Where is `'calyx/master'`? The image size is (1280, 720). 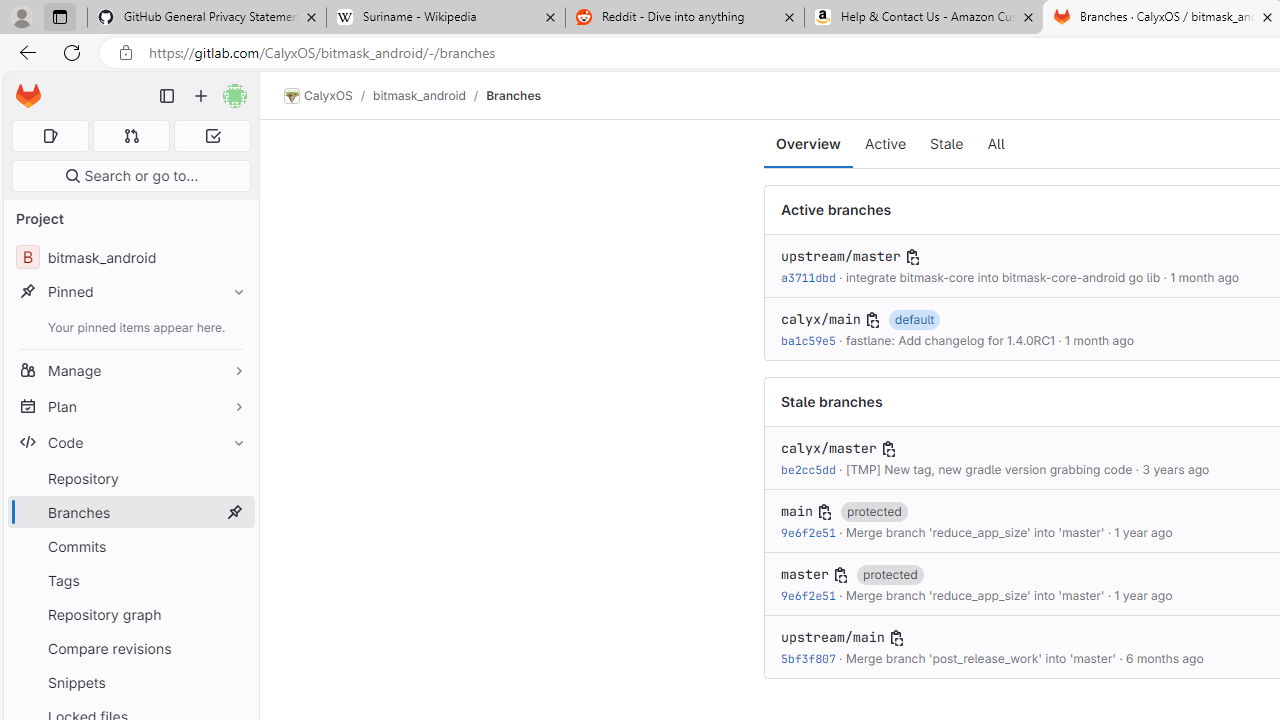 'calyx/master' is located at coordinates (828, 448).